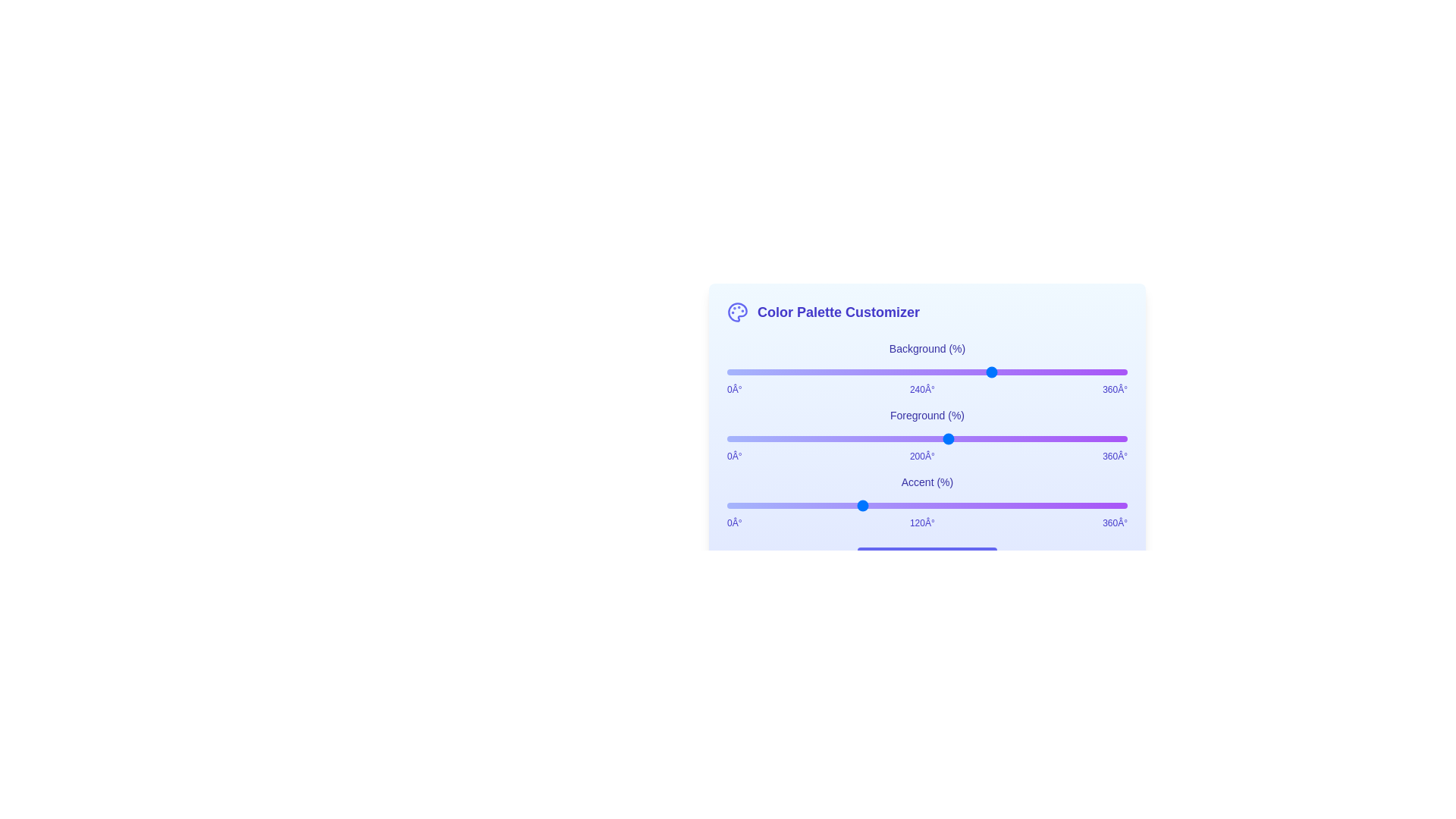 This screenshot has width=1456, height=819. I want to click on the slider handle to inspect its position and value, so click(927, 372).